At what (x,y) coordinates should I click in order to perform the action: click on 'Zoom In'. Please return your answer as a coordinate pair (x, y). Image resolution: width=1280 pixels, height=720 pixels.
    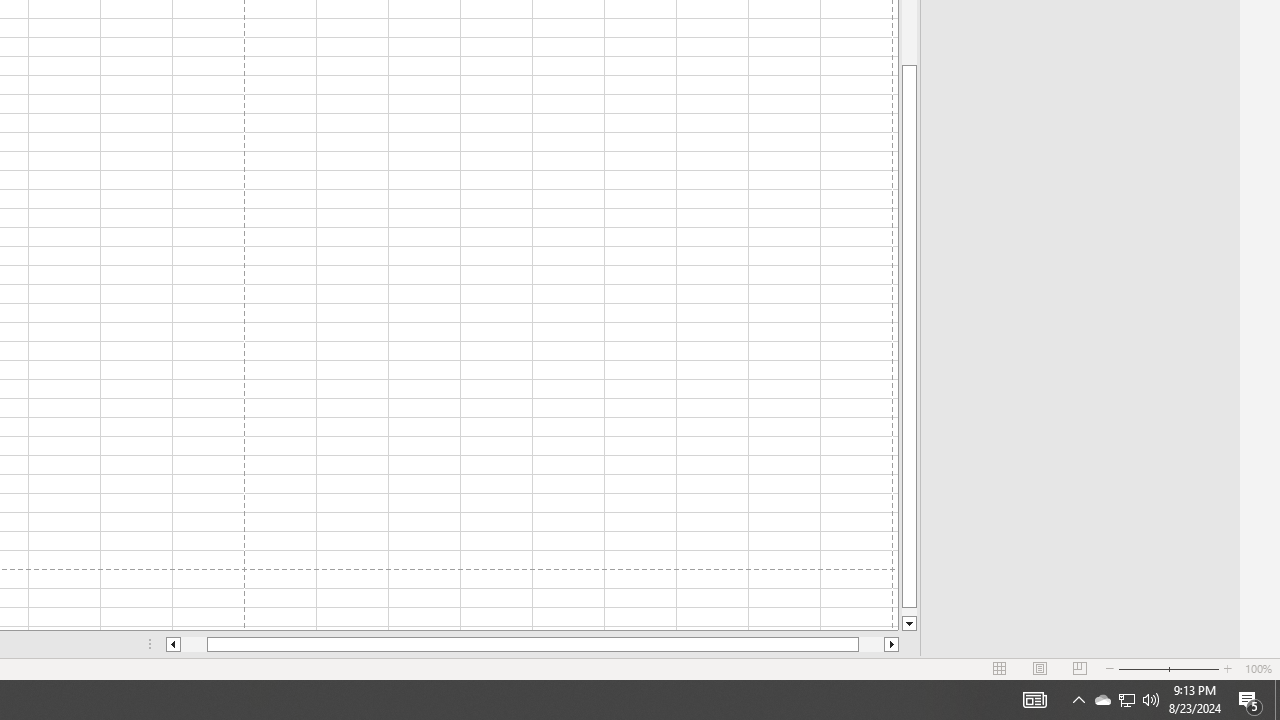
    Looking at the image, I should click on (1226, 669).